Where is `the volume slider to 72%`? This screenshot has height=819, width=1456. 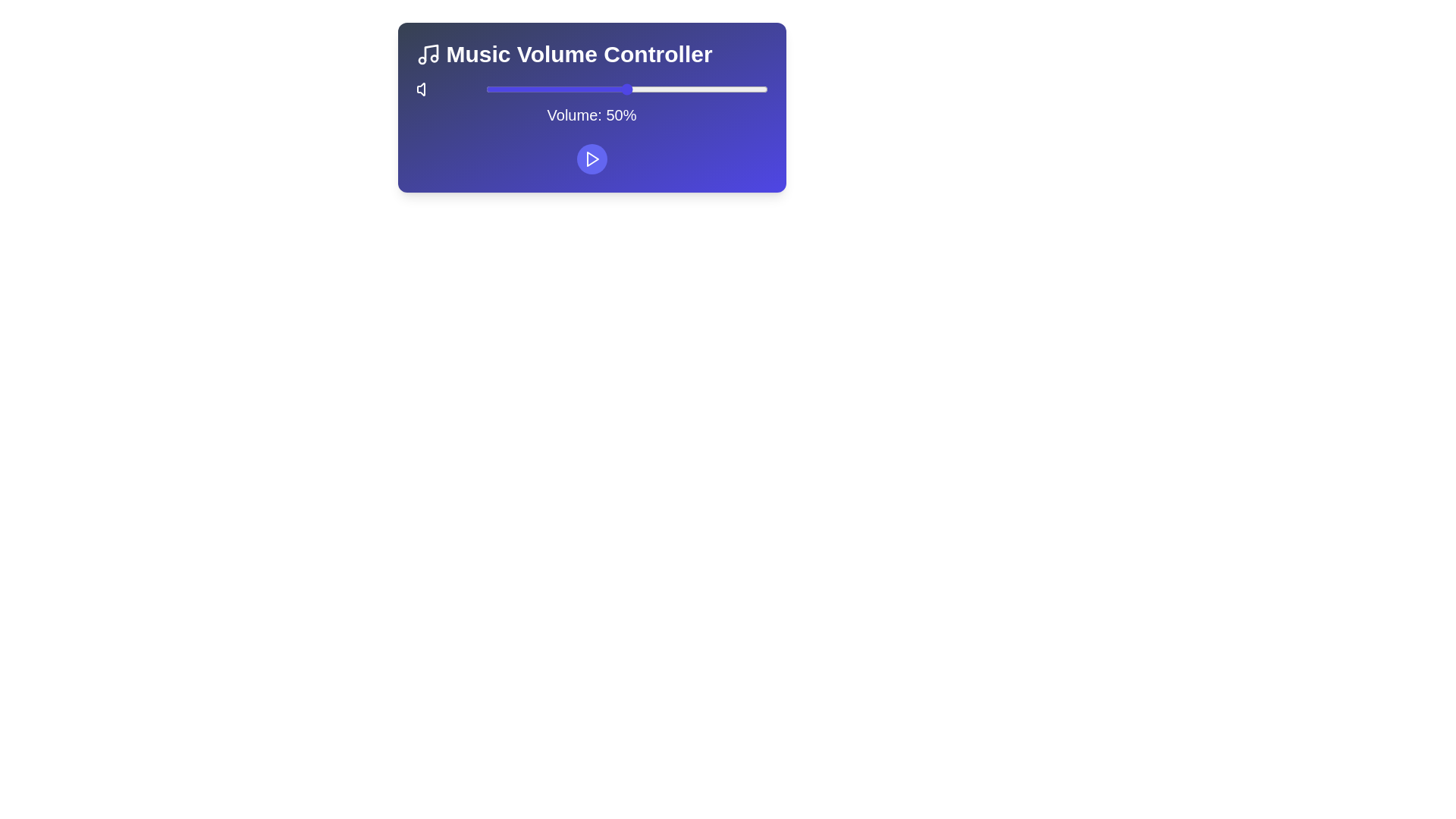
the volume slider to 72% is located at coordinates (688, 89).